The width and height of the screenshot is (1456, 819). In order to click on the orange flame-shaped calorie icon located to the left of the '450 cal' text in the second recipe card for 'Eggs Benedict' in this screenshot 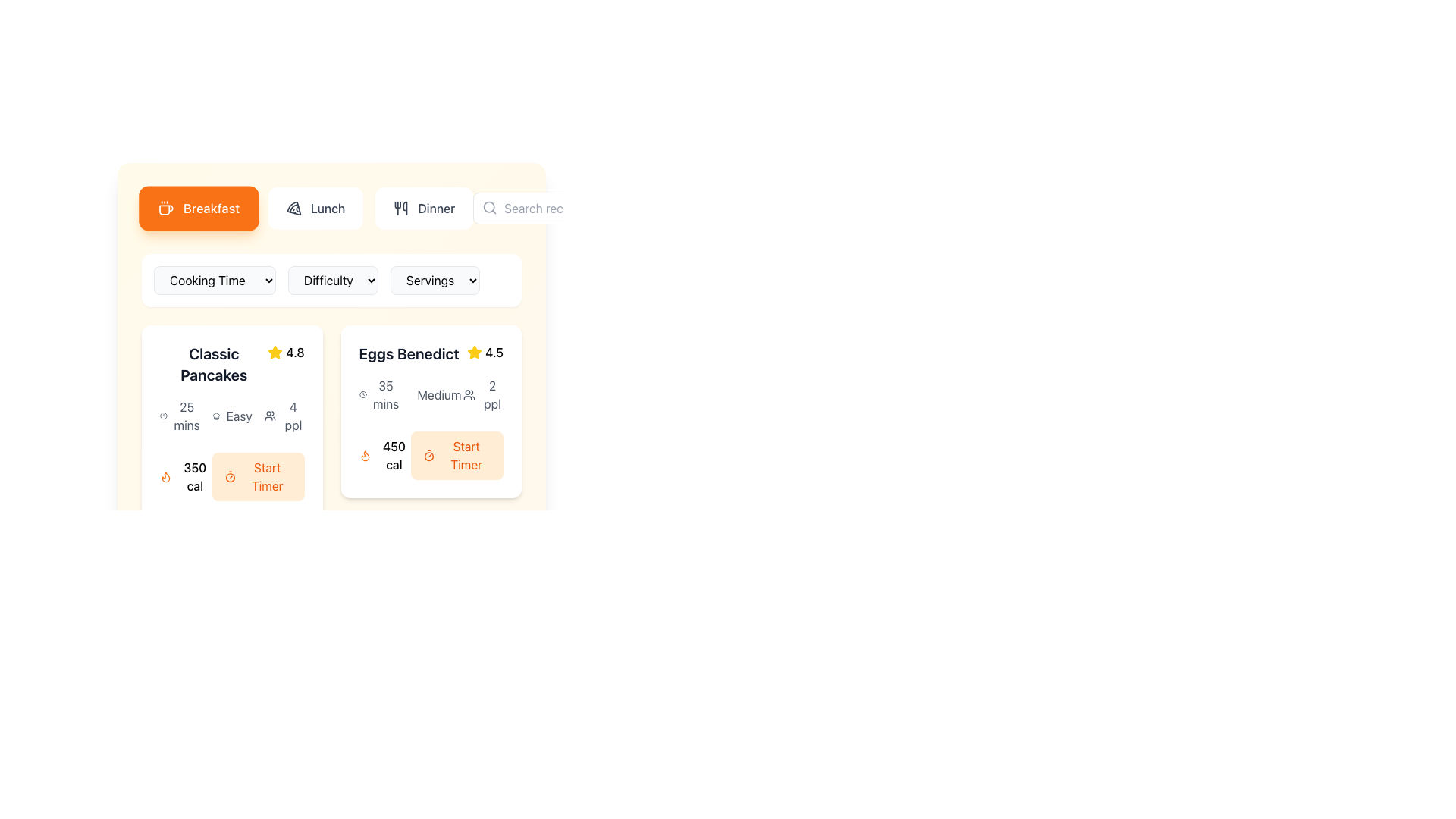, I will do `click(365, 455)`.